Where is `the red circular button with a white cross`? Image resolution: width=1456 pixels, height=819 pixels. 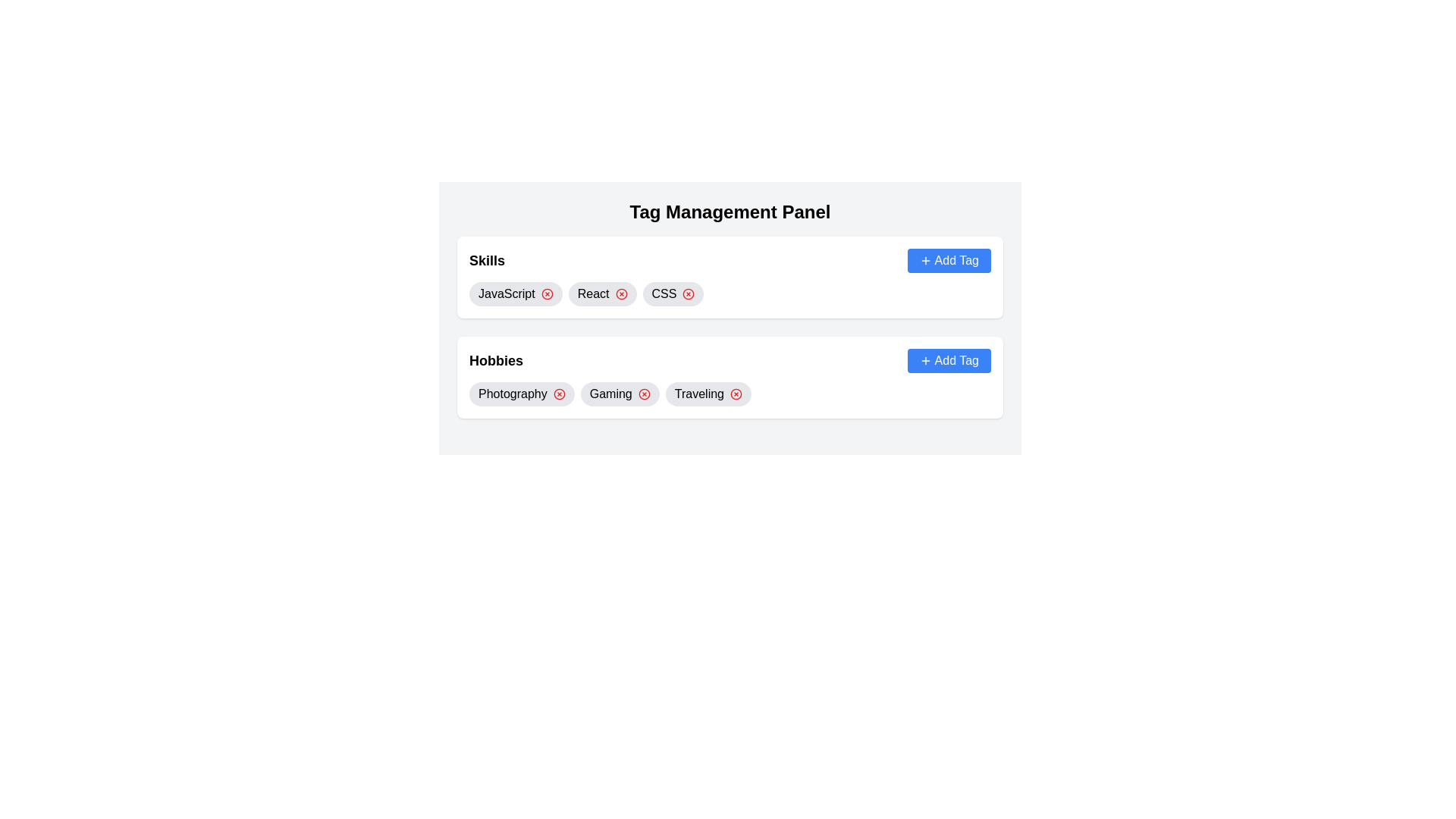
the red circular button with a white cross is located at coordinates (708, 394).